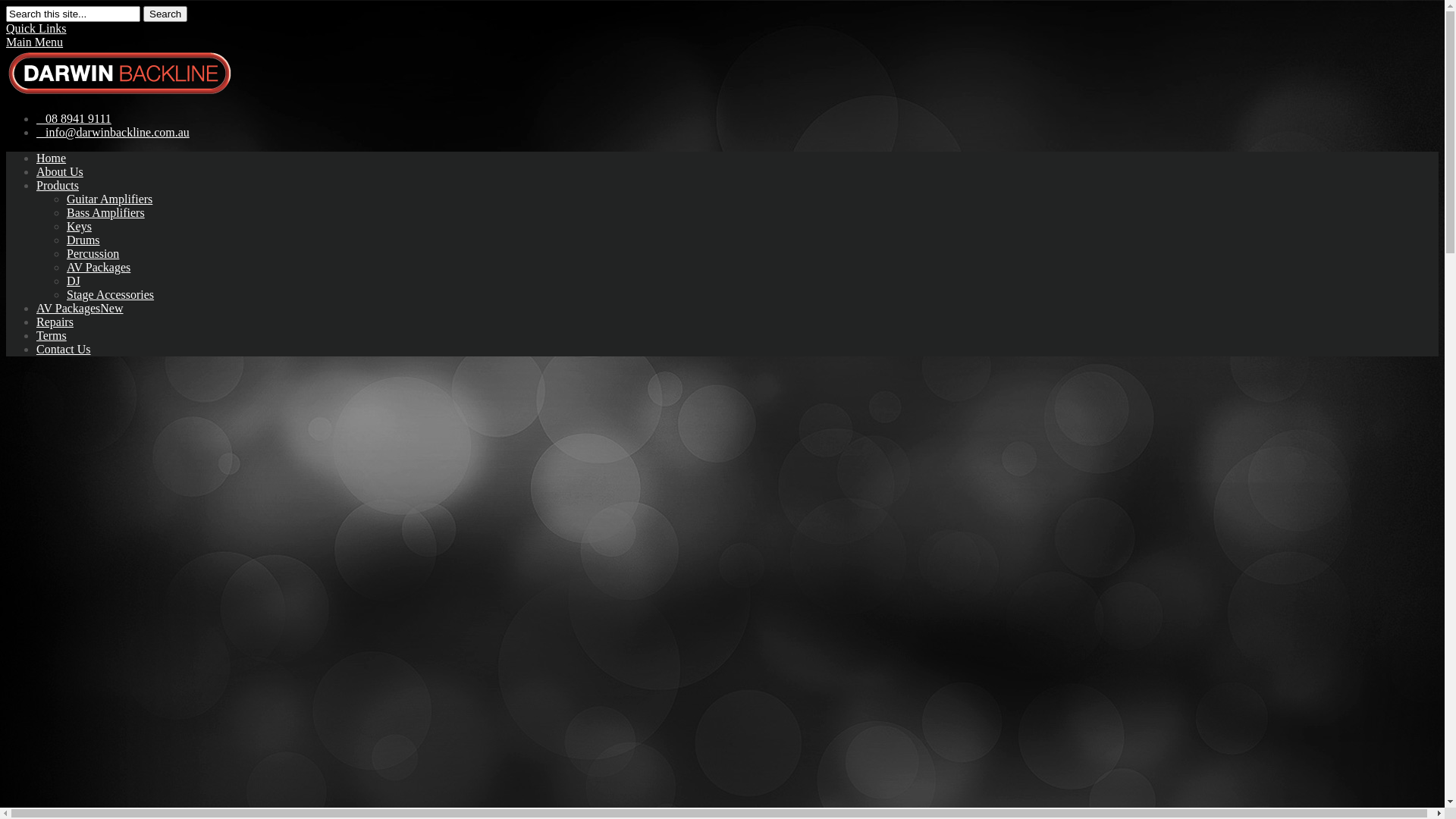 This screenshot has width=1456, height=819. I want to click on 'About Us', so click(59, 171).